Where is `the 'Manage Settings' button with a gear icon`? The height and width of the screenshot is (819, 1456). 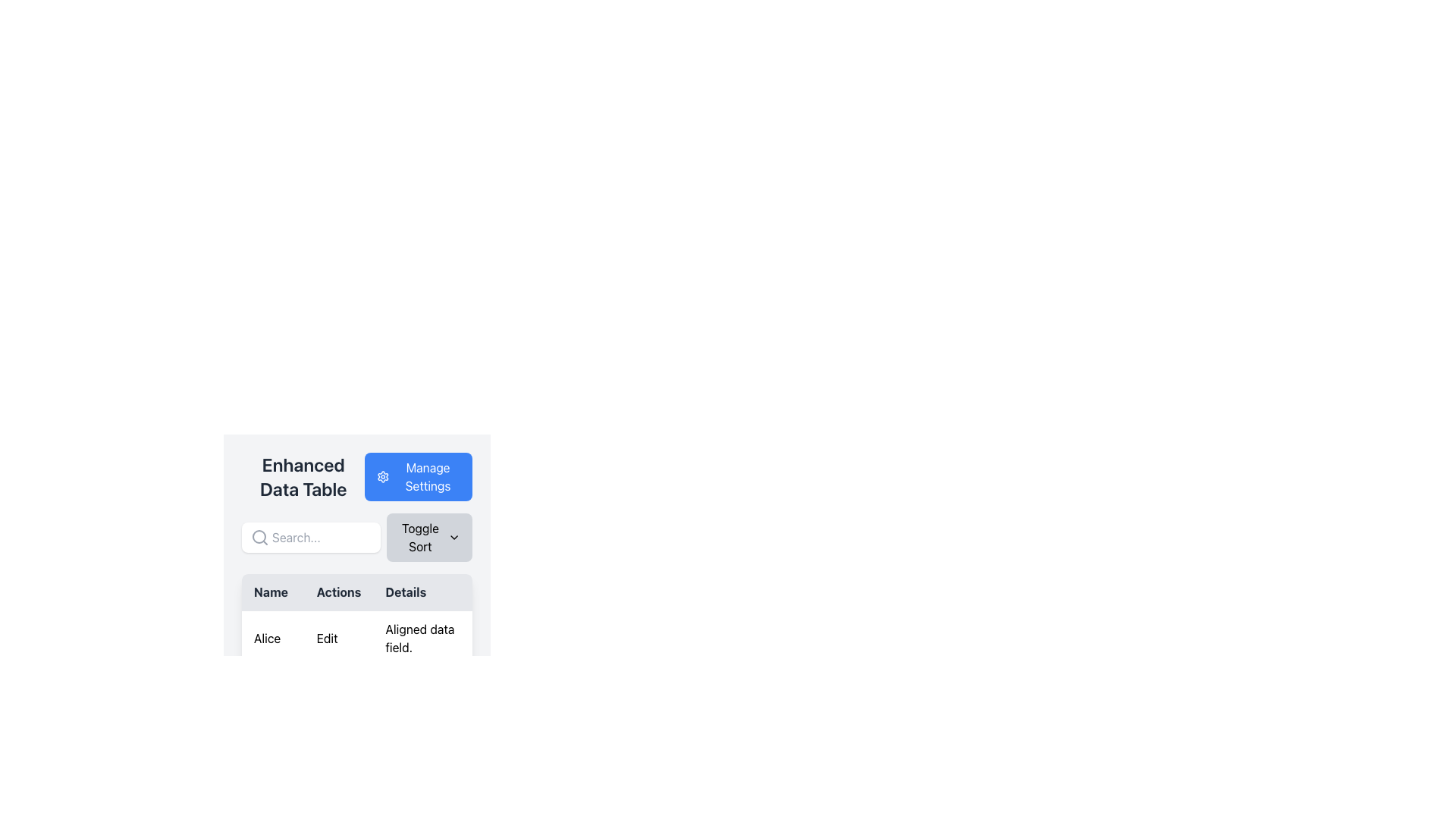
the 'Manage Settings' button with a gear icon is located at coordinates (419, 475).